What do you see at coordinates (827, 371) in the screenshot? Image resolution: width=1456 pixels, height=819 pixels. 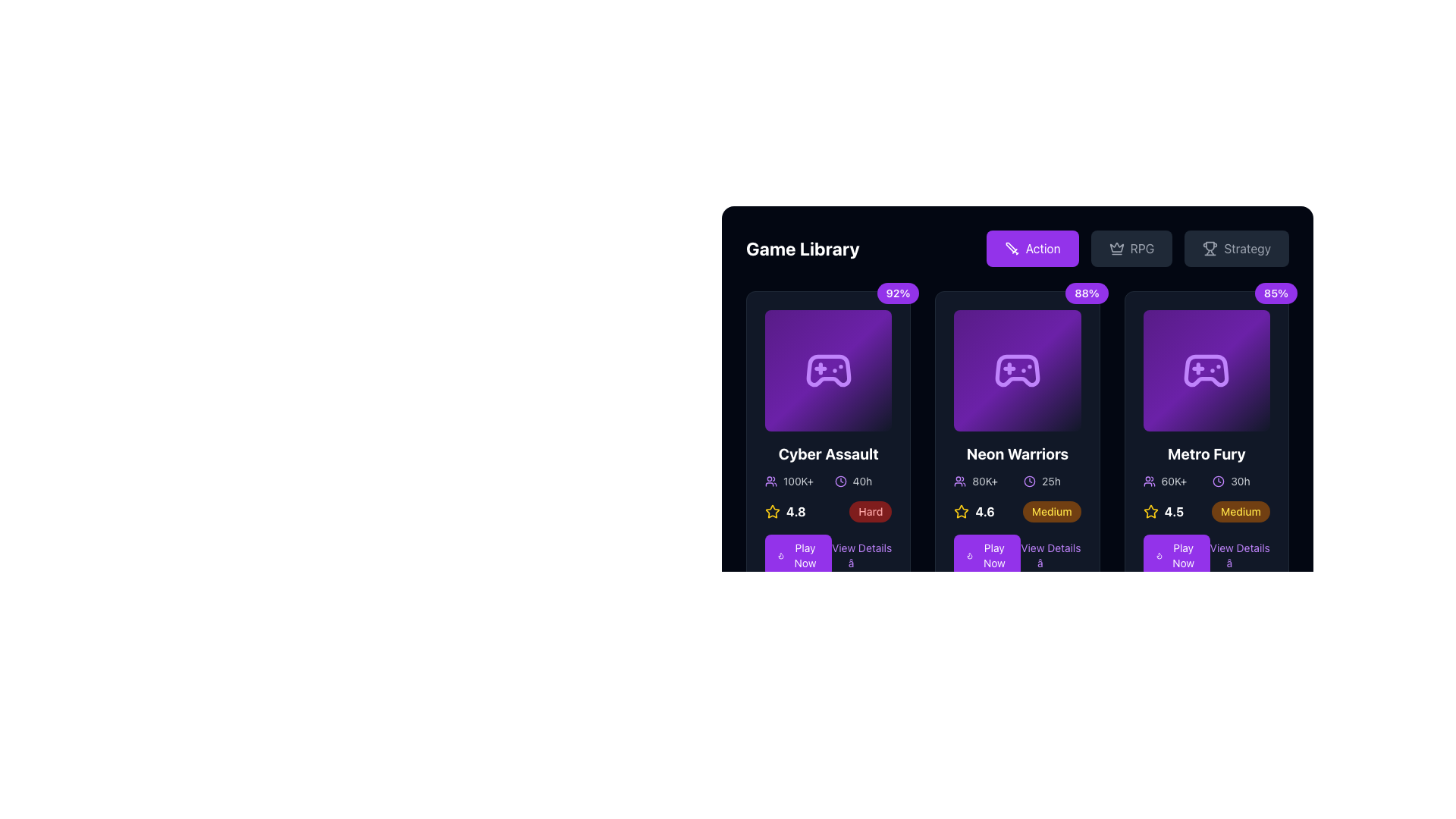 I see `the purple game controller icon located at the top-center of the 'Cyber Assault' game card in the Game Library section` at bounding box center [827, 371].